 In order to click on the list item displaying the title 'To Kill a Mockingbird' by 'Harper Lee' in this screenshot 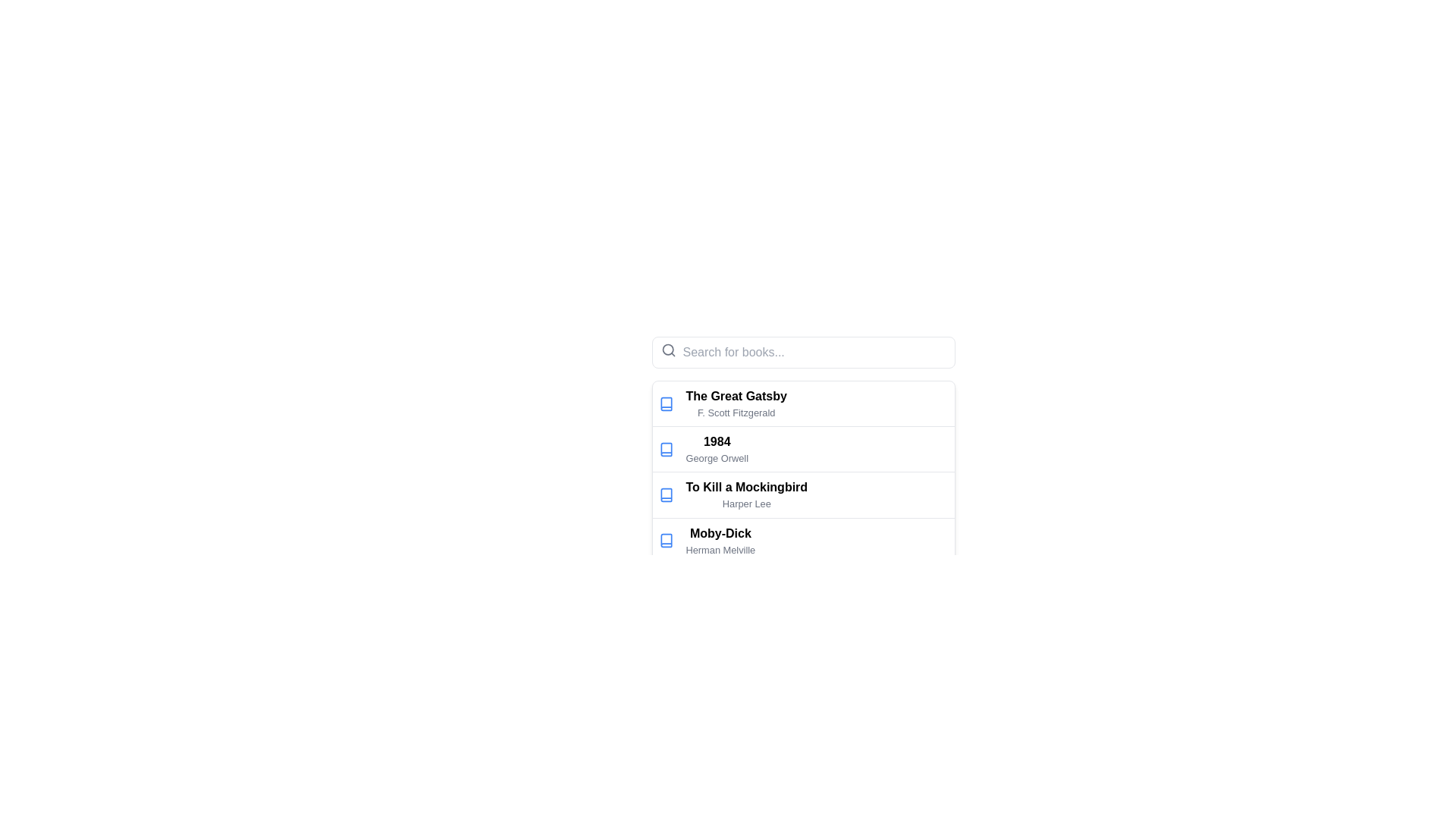, I will do `click(802, 494)`.